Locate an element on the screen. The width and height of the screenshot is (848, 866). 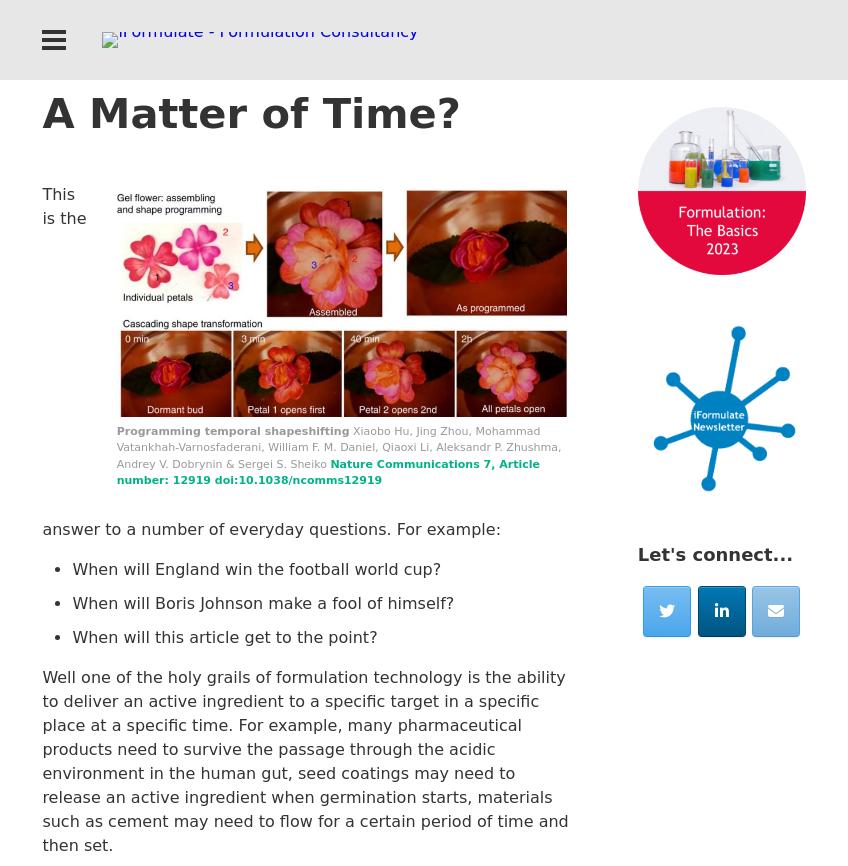
'Let's connect...' is located at coordinates (715, 553).